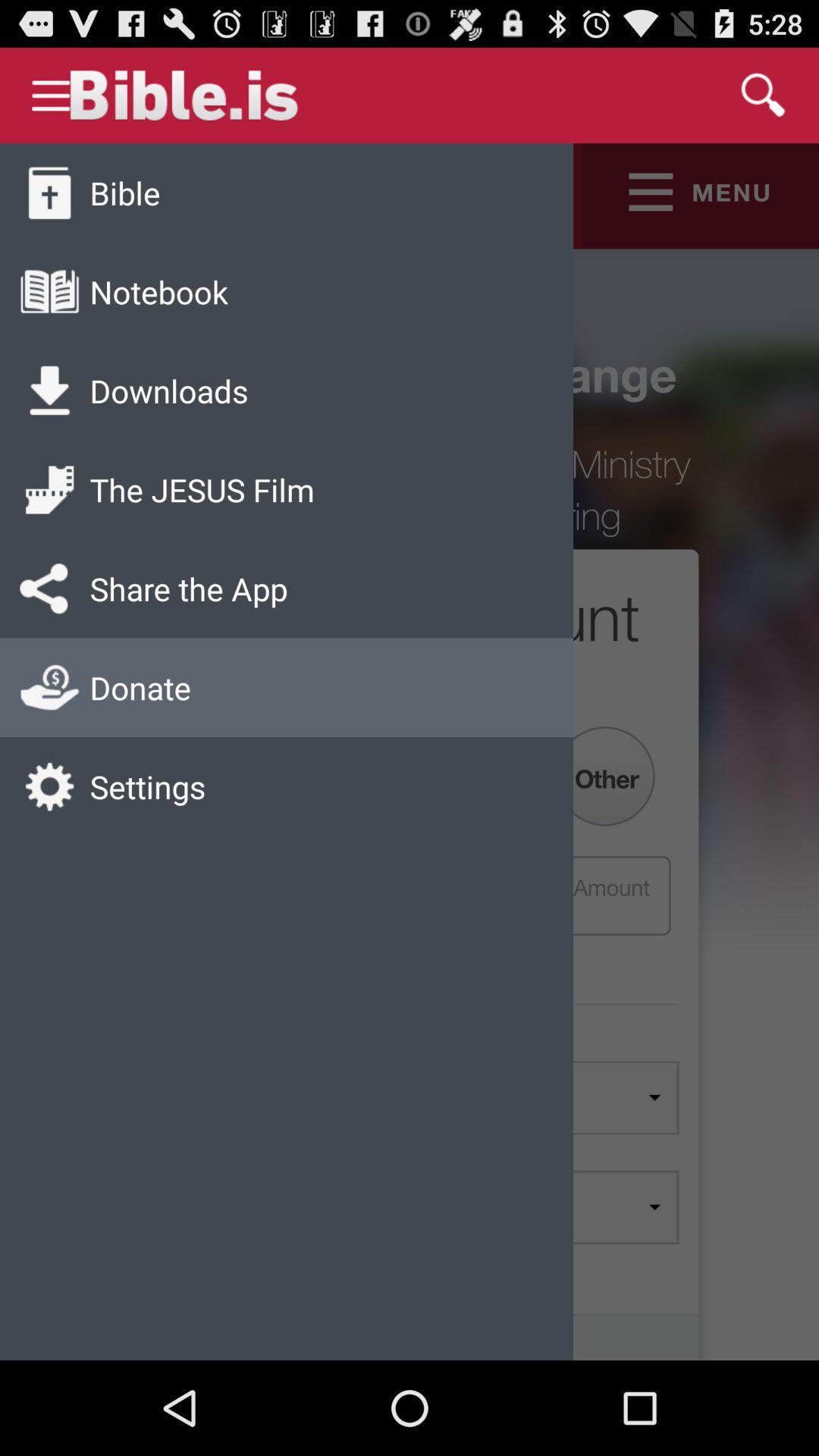  Describe the element at coordinates (158, 291) in the screenshot. I see `app above downloads item` at that location.